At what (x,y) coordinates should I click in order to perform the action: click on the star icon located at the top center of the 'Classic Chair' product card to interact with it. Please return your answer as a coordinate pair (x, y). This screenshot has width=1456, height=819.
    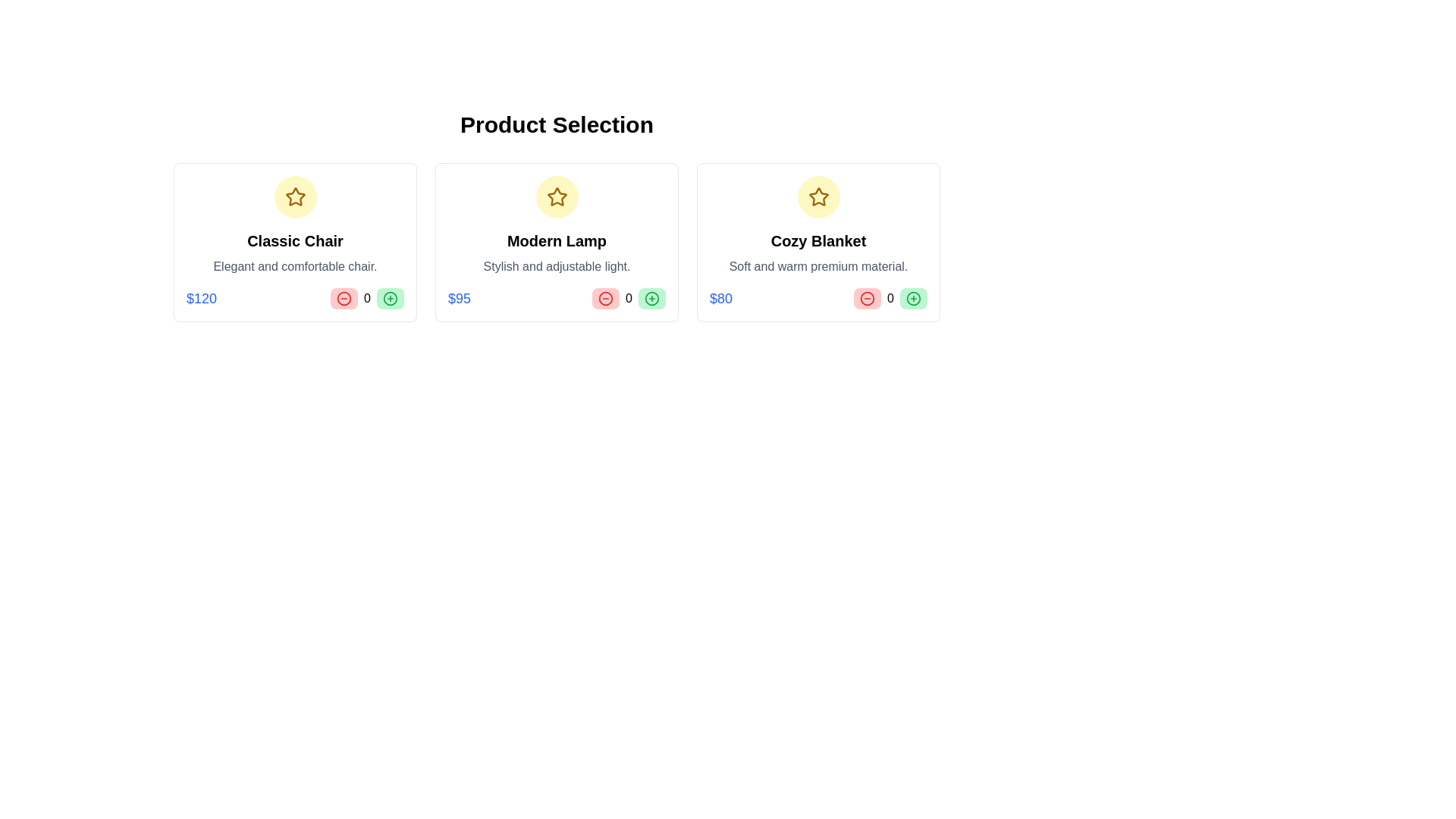
    Looking at the image, I should click on (295, 196).